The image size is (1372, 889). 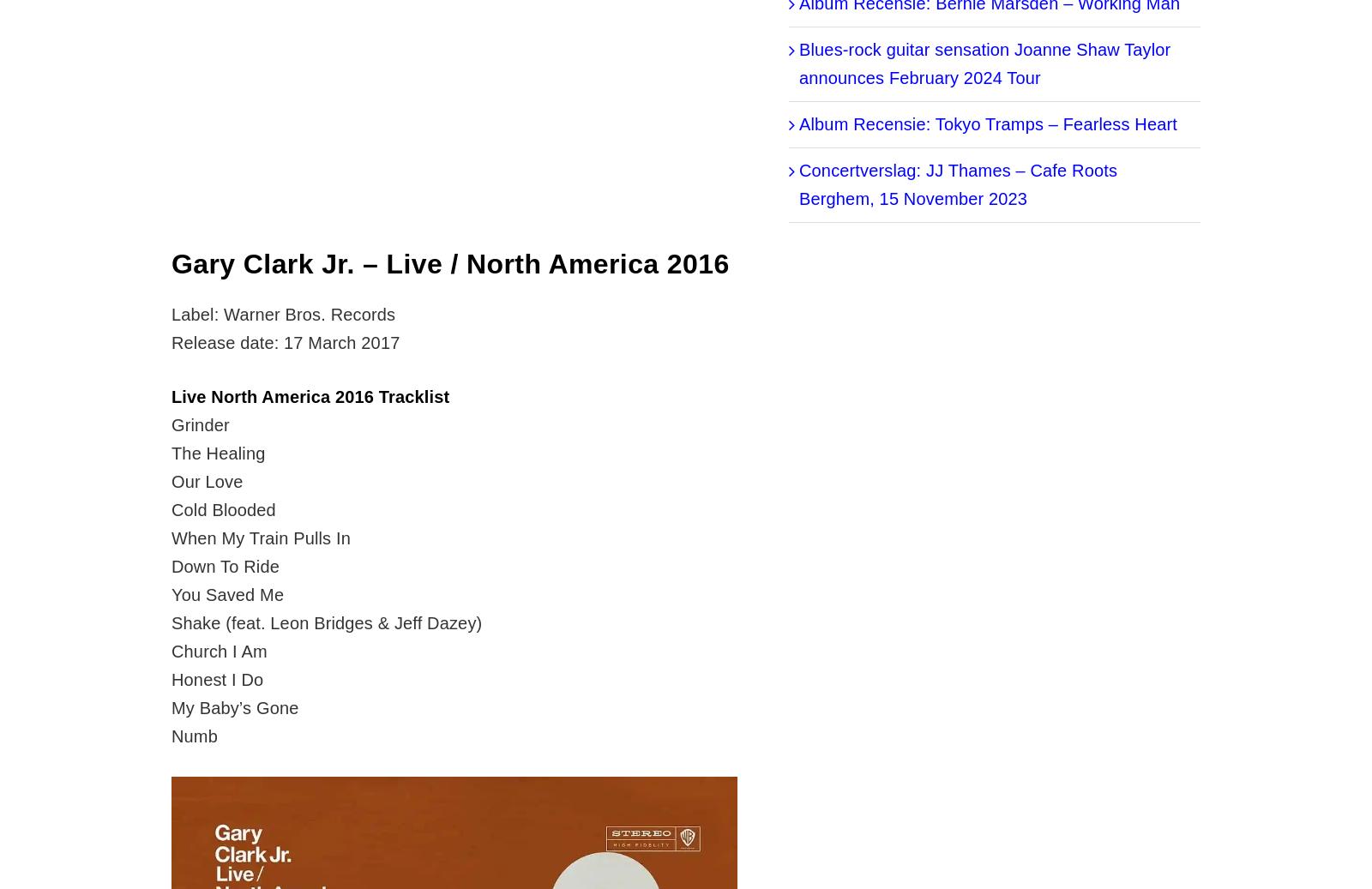 What do you see at coordinates (200, 423) in the screenshot?
I see `'Grinder'` at bounding box center [200, 423].